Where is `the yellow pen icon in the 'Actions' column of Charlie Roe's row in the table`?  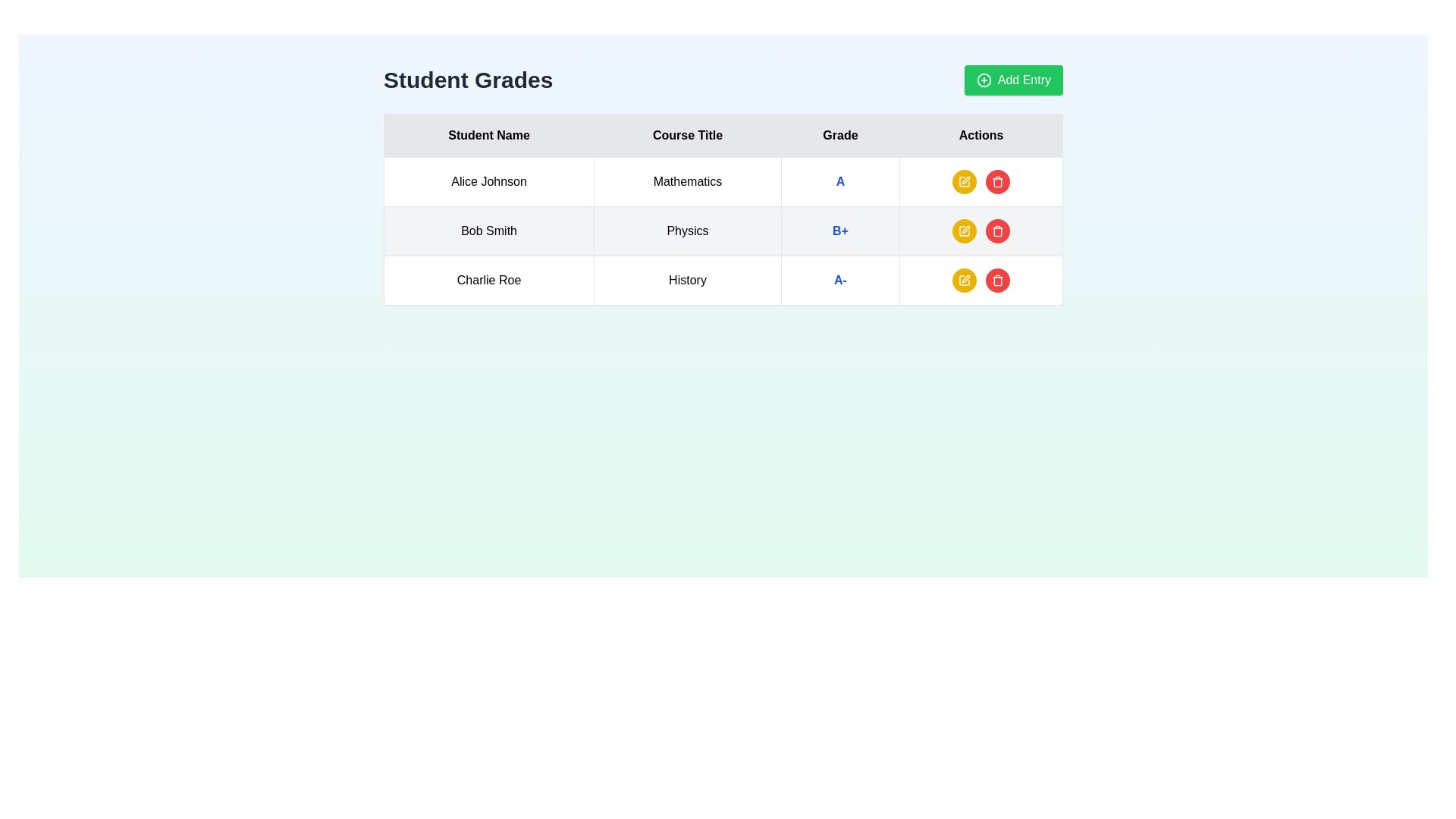
the yellow pen icon in the 'Actions' column of Charlie Roe's row in the table is located at coordinates (965, 278).